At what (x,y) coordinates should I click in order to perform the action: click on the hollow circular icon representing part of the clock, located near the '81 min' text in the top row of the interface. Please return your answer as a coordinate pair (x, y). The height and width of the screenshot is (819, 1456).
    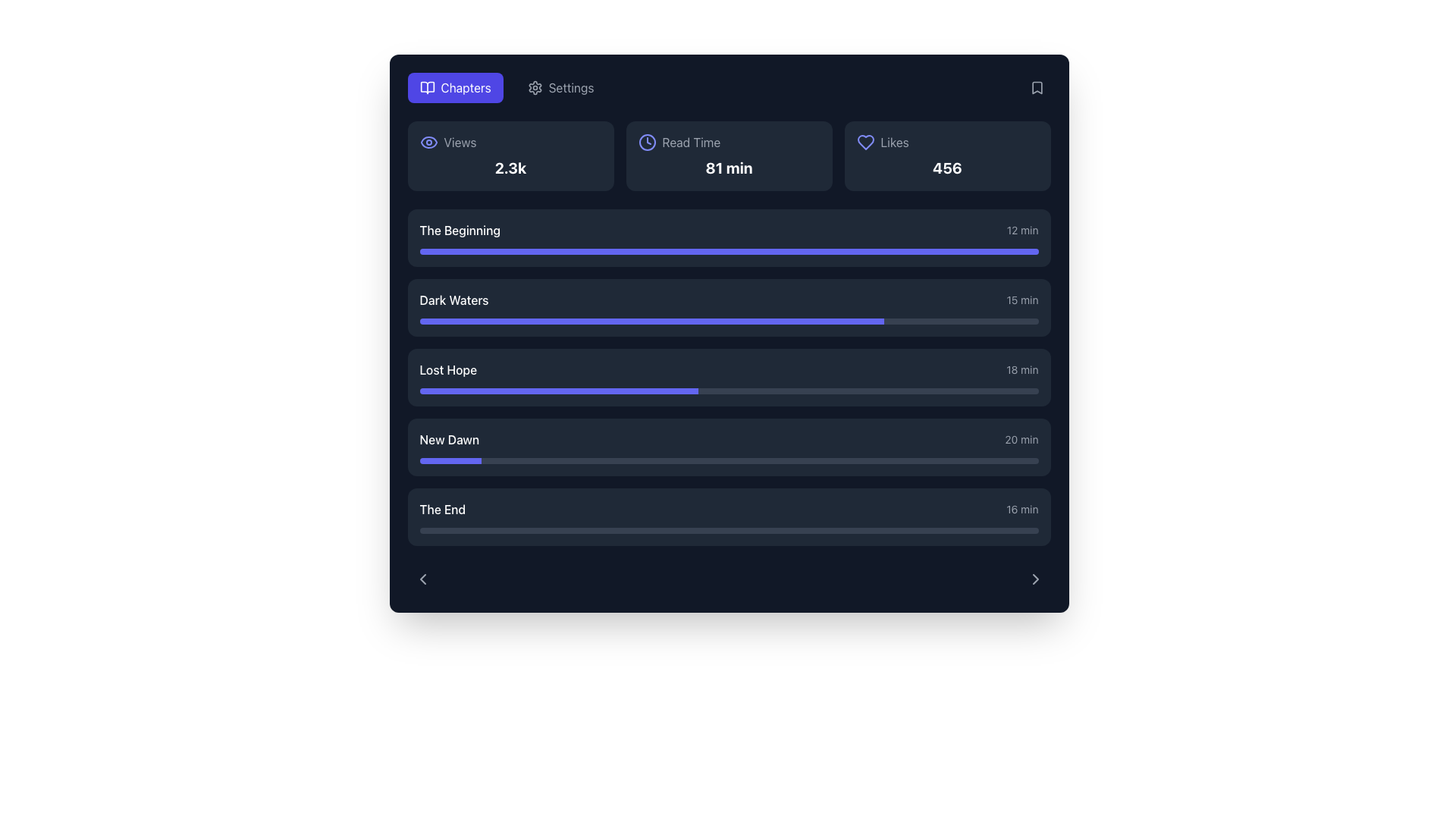
    Looking at the image, I should click on (647, 143).